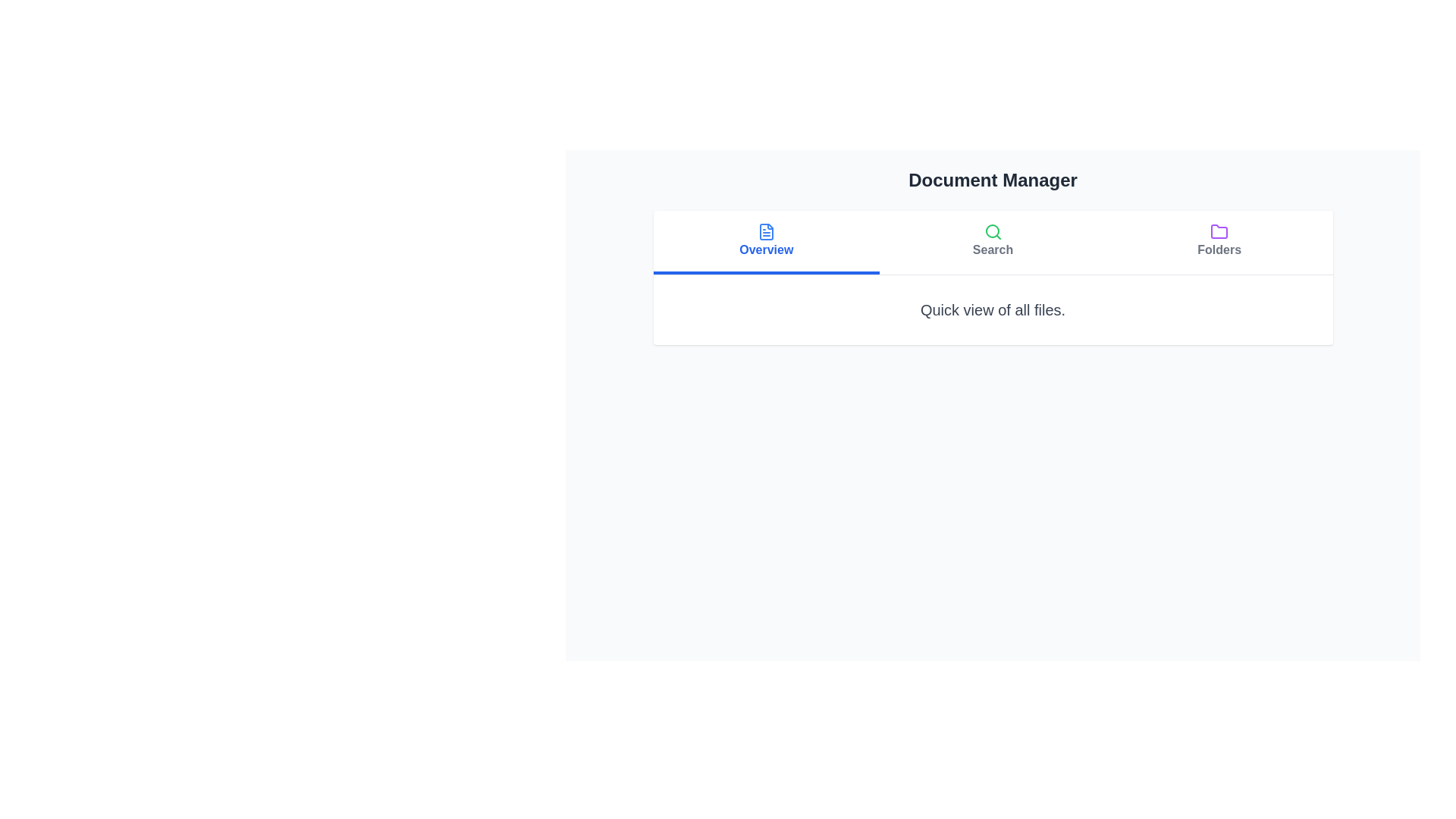 Image resolution: width=1456 pixels, height=819 pixels. I want to click on the first button in the top-left section of the navigation bar, so click(766, 242).